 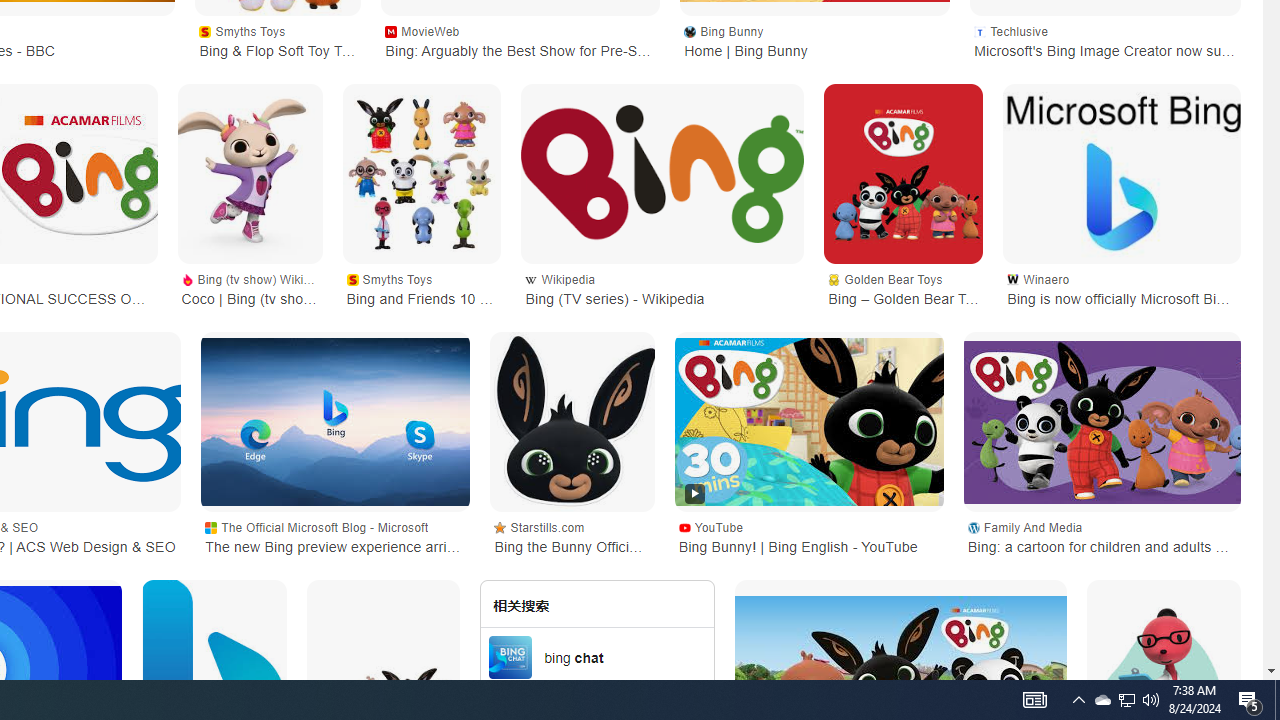 What do you see at coordinates (809, 420) in the screenshot?
I see `'Bing Bunny! | Bing English - YouTube'` at bounding box center [809, 420].